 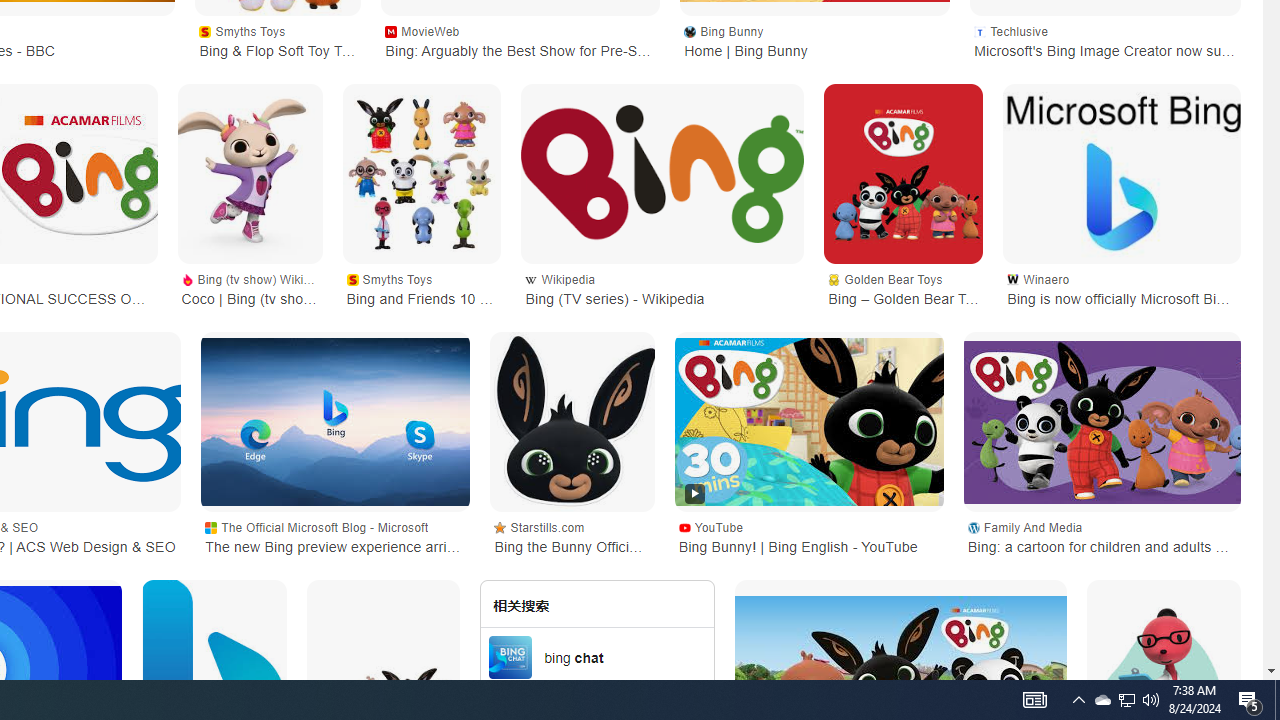 What do you see at coordinates (809, 420) in the screenshot?
I see `'Bing Bunny! | Bing English - YouTube'` at bounding box center [809, 420].